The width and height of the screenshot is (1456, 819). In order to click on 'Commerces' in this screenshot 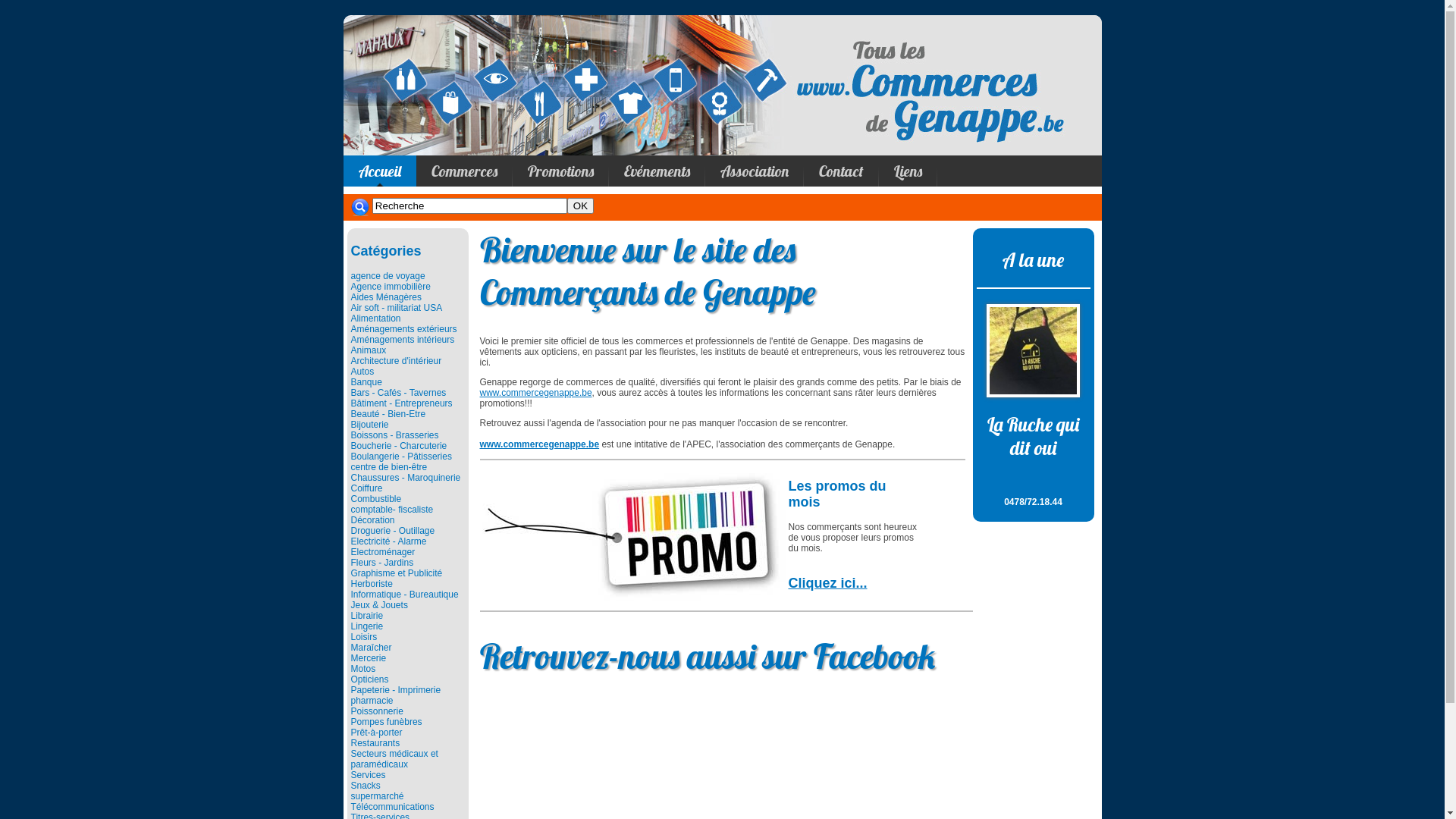, I will do `click(463, 171)`.